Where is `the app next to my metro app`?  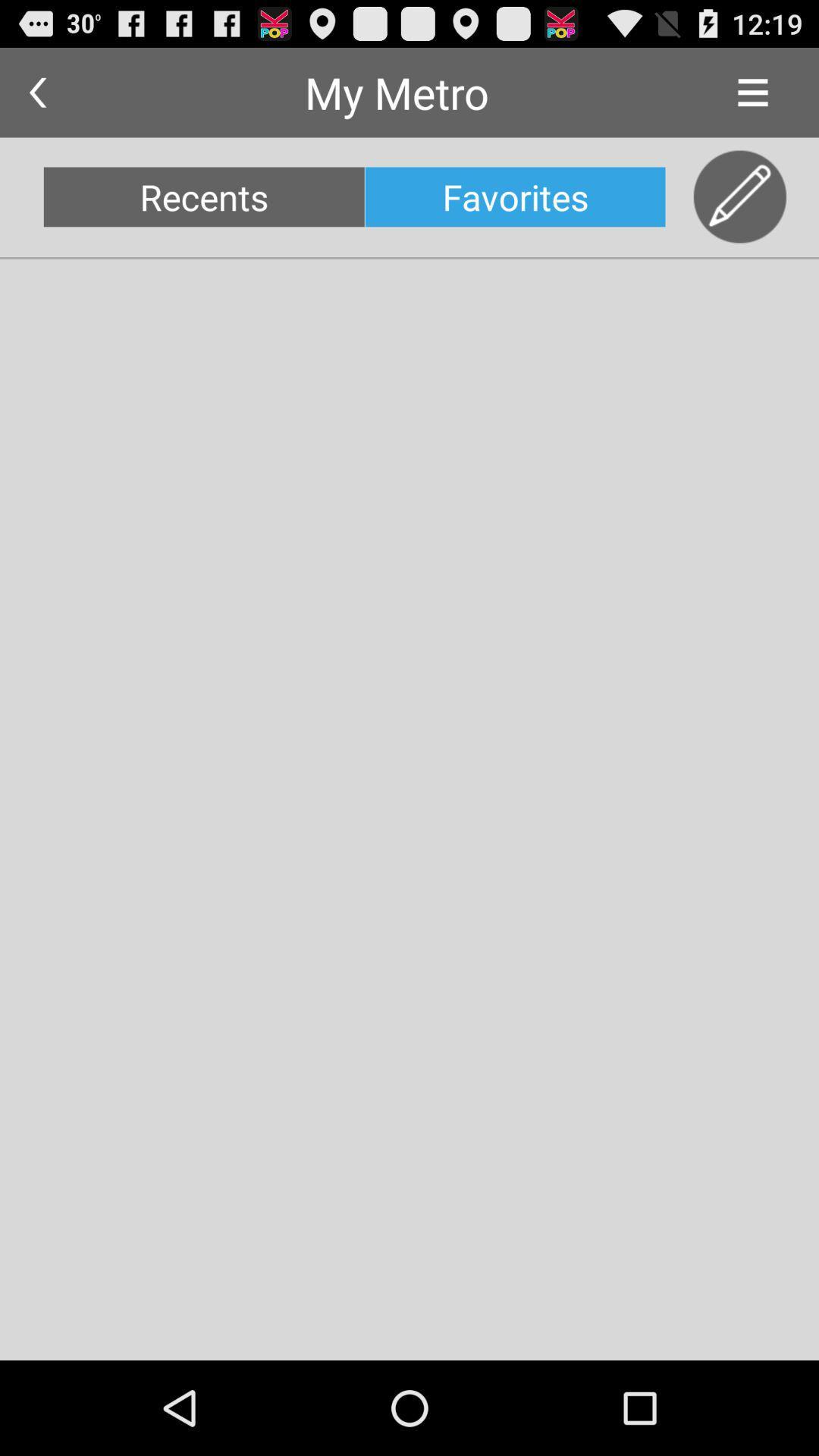 the app next to my metro app is located at coordinates (36, 92).